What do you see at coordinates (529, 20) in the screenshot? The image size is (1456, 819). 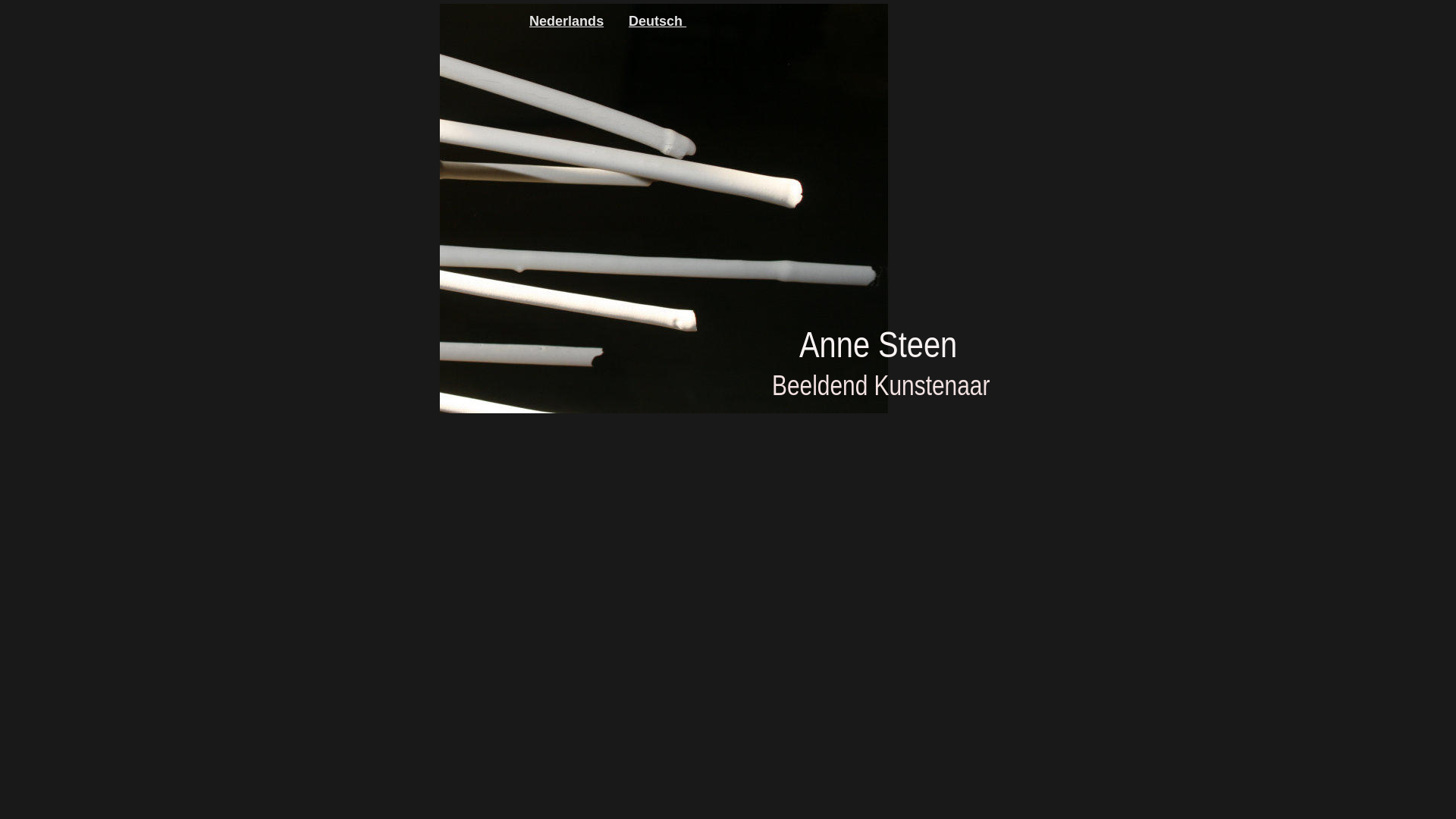 I see `'Nederlands'` at bounding box center [529, 20].